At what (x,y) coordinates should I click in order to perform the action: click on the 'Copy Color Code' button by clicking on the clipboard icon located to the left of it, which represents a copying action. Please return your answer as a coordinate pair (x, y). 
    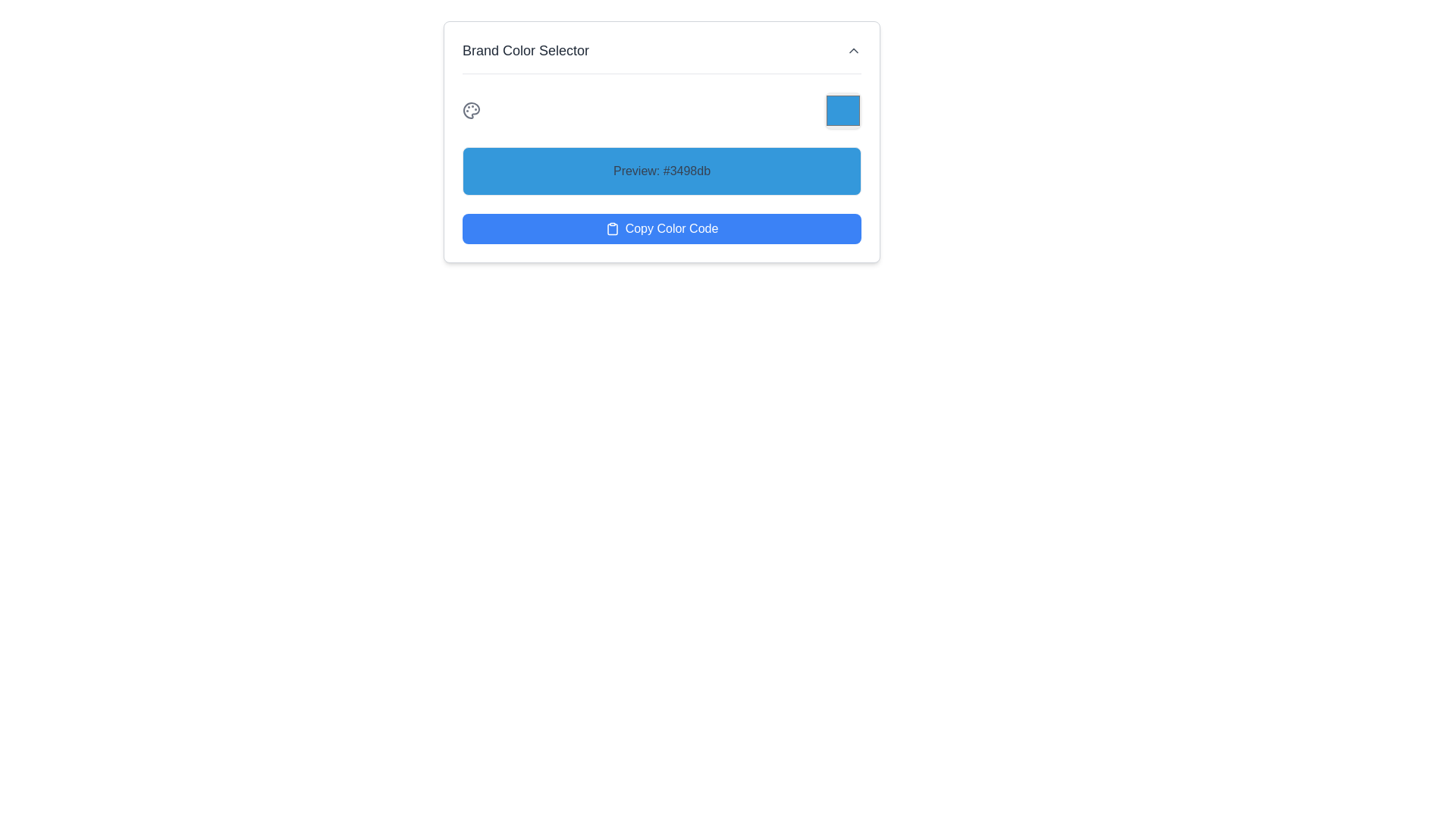
    Looking at the image, I should click on (612, 228).